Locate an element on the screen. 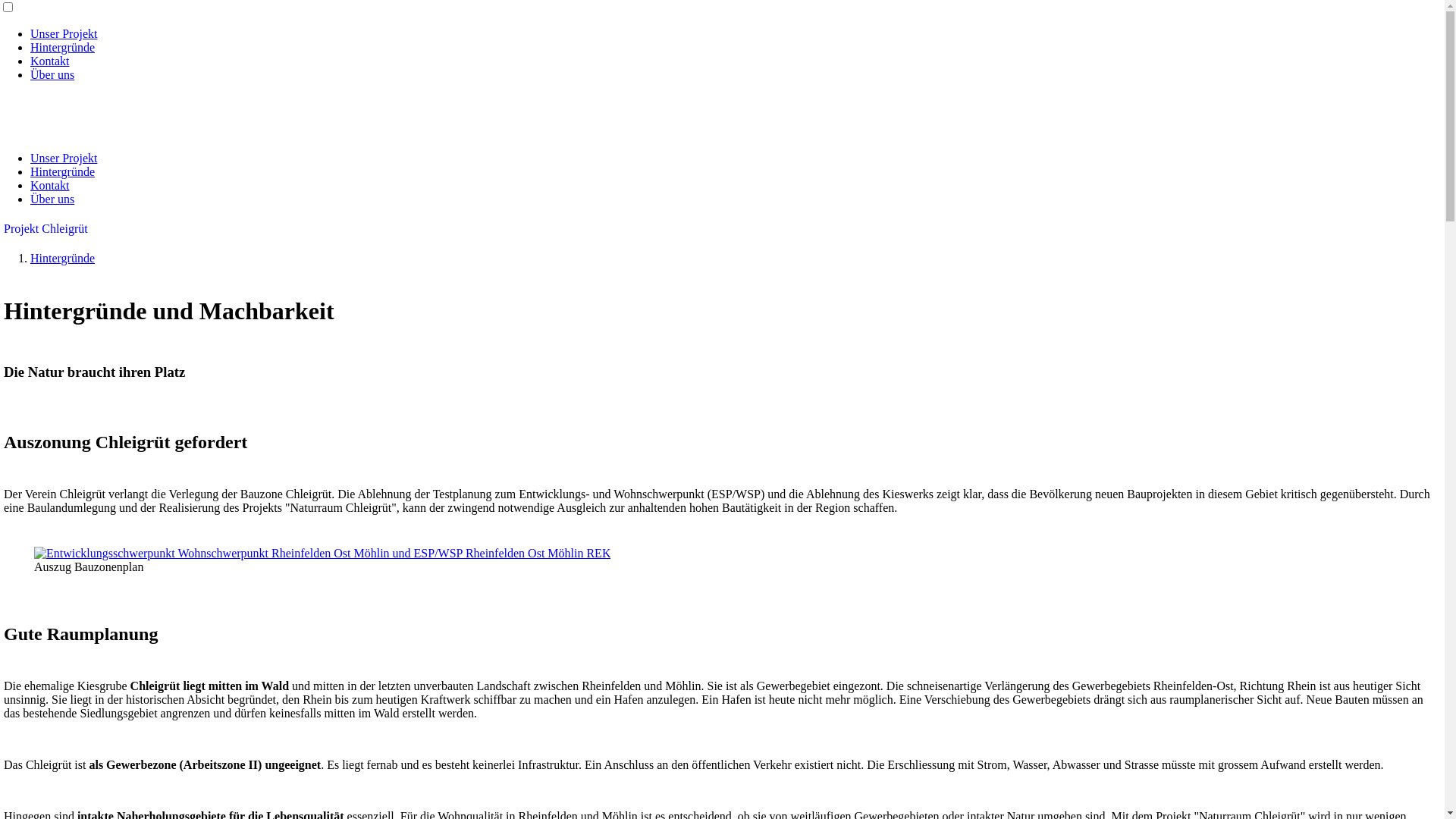  'Kontakt' is located at coordinates (50, 184).